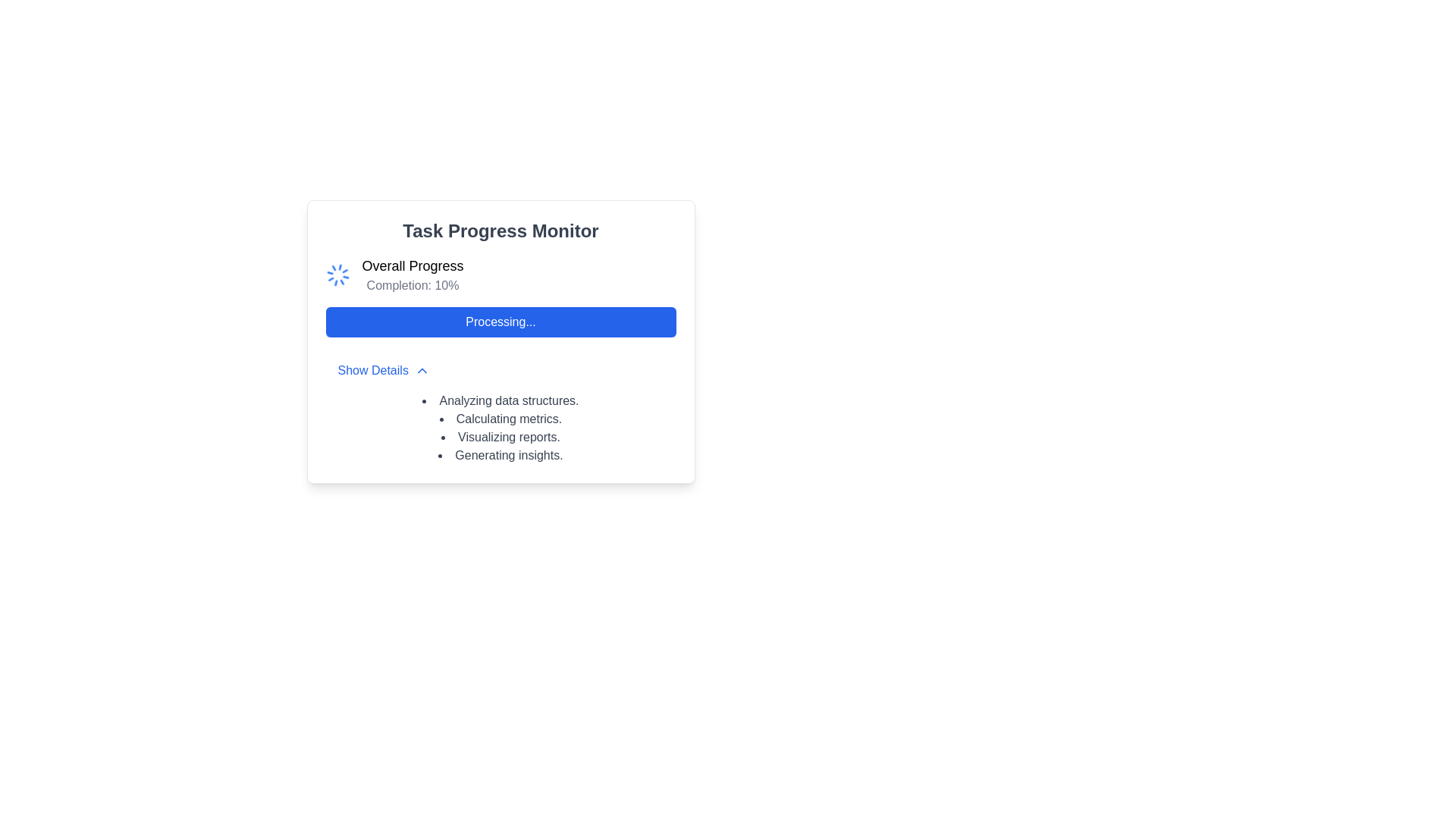 The image size is (1456, 819). I want to click on the text item reading 'Analyzing data structures.' which is the first item in a bulleted list under the section titled 'Show Details ▲' in the 'Task Progress Monitor' modal, so click(500, 400).